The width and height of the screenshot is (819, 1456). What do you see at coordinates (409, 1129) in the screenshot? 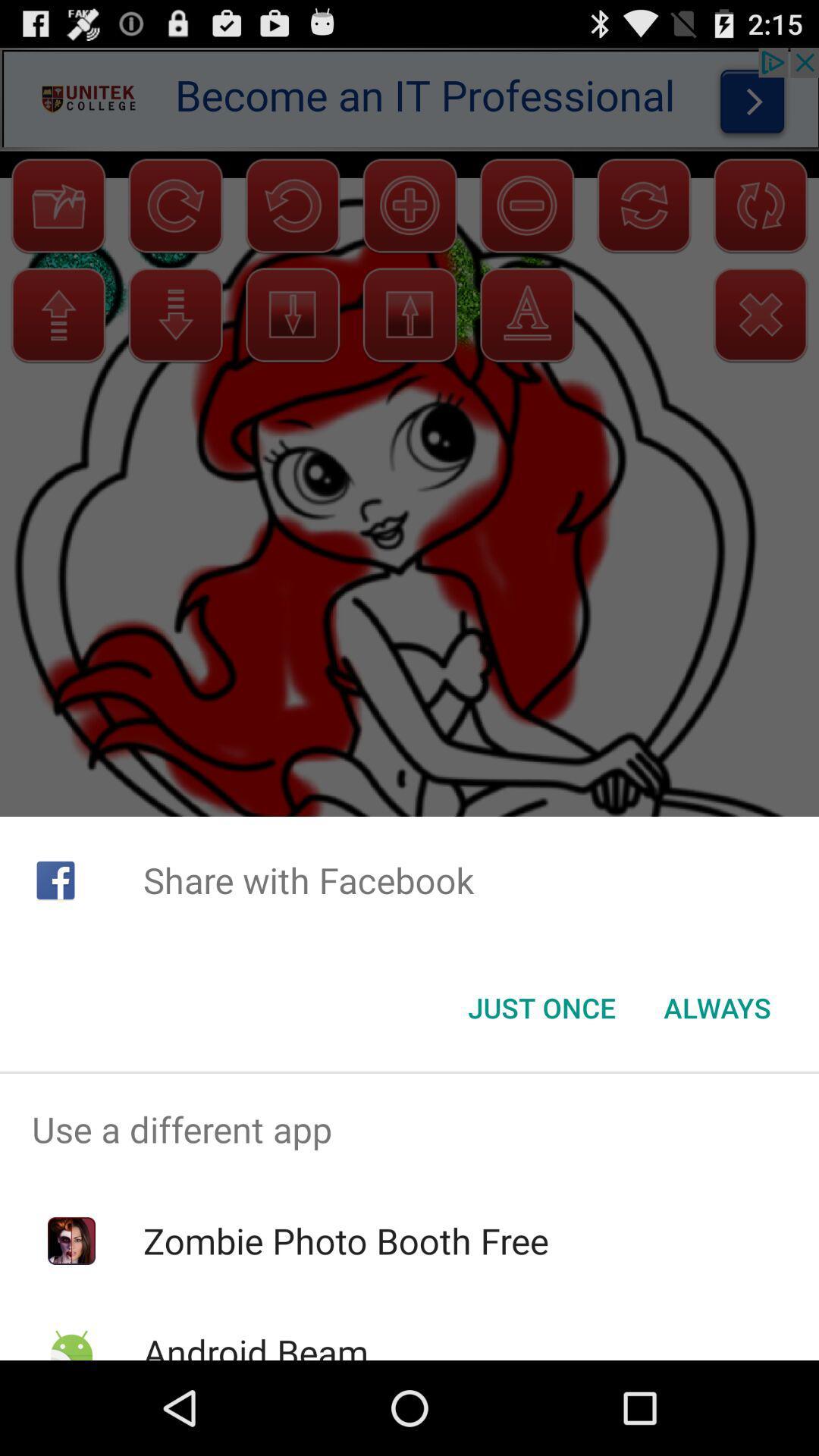
I see `the icon above zombie photo booth` at bounding box center [409, 1129].